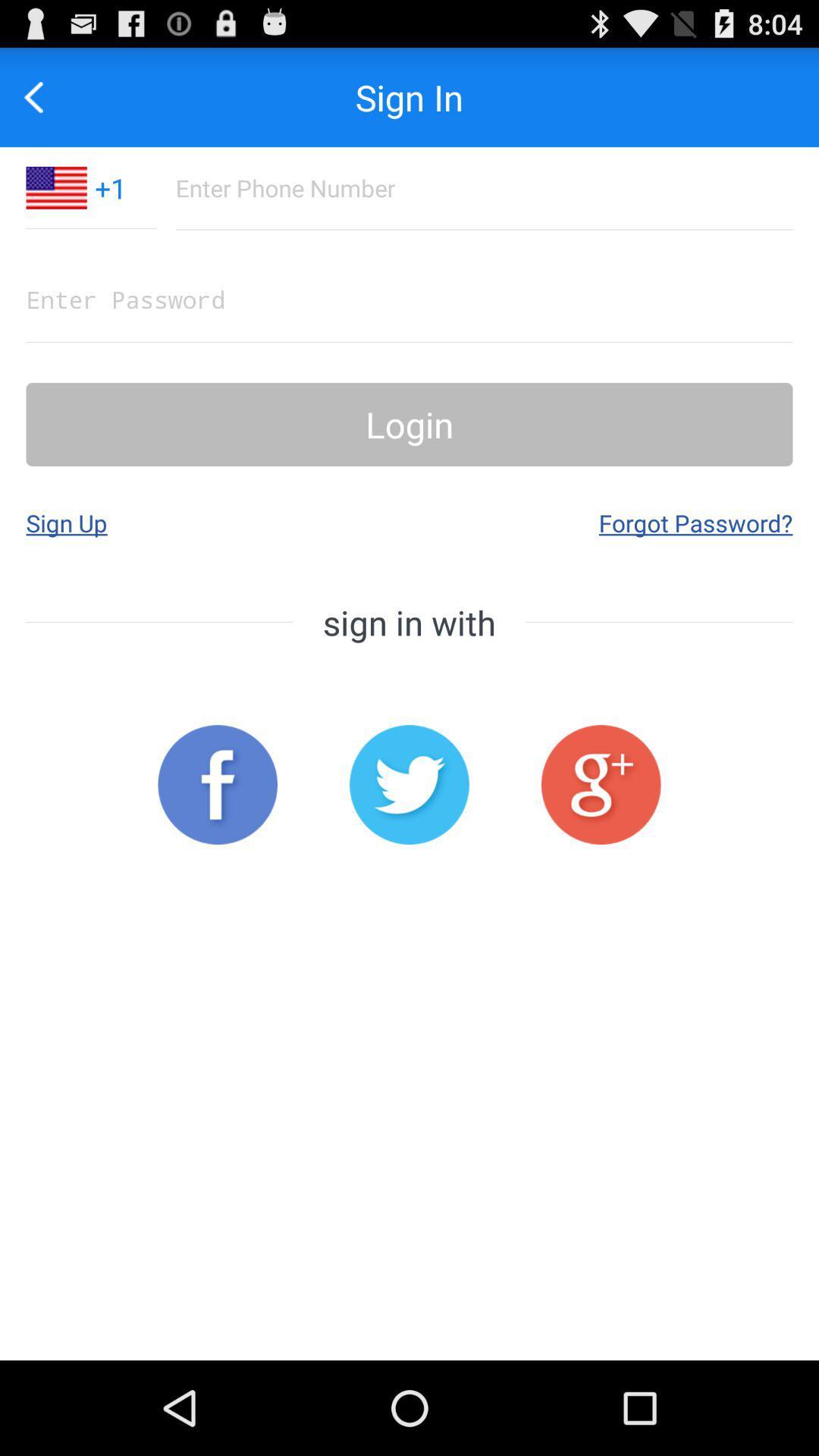  What do you see at coordinates (409, 785) in the screenshot?
I see `sign in with twitter` at bounding box center [409, 785].